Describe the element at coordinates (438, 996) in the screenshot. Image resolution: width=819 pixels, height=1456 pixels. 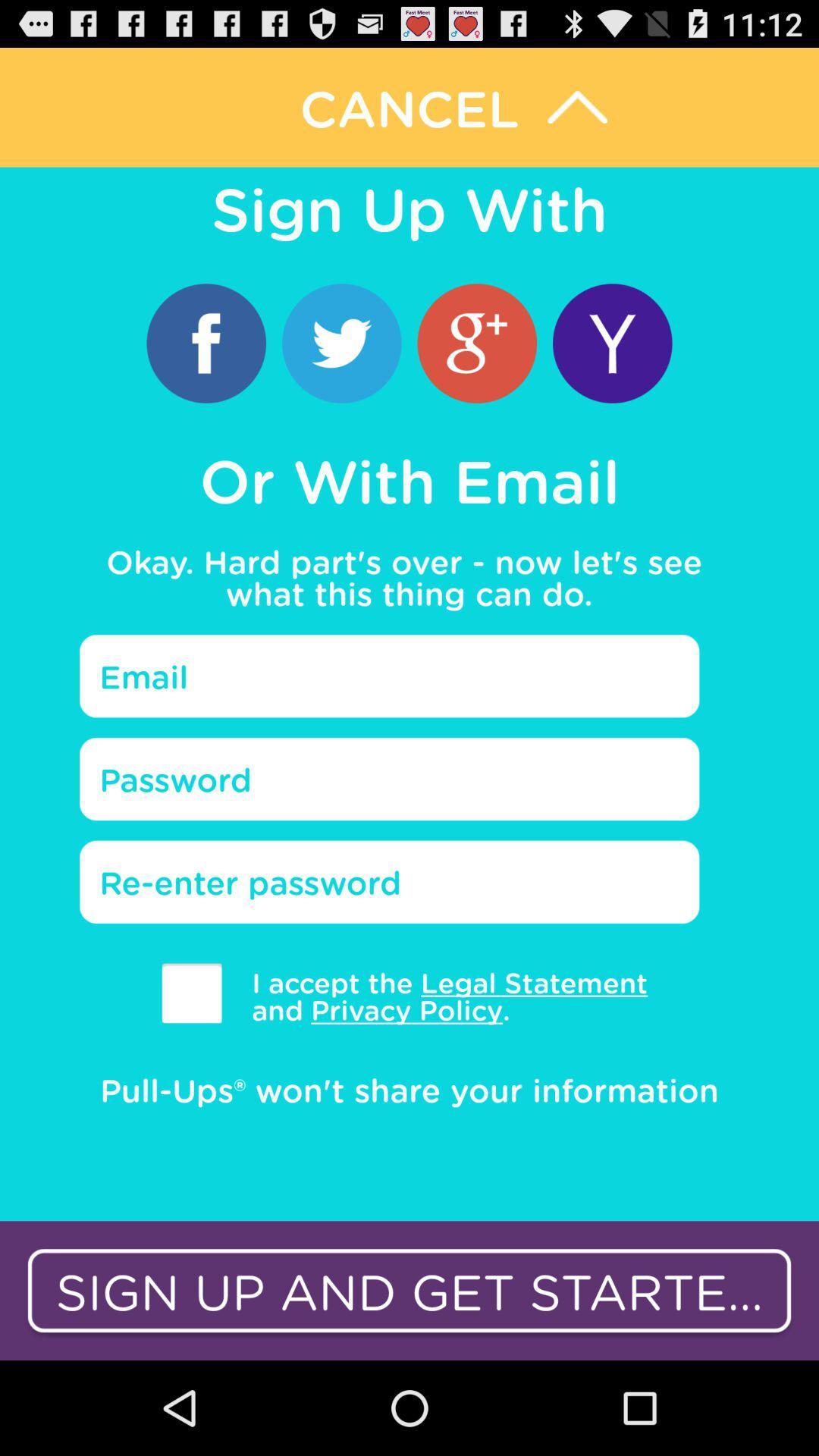
I see `the i accept the item` at that location.